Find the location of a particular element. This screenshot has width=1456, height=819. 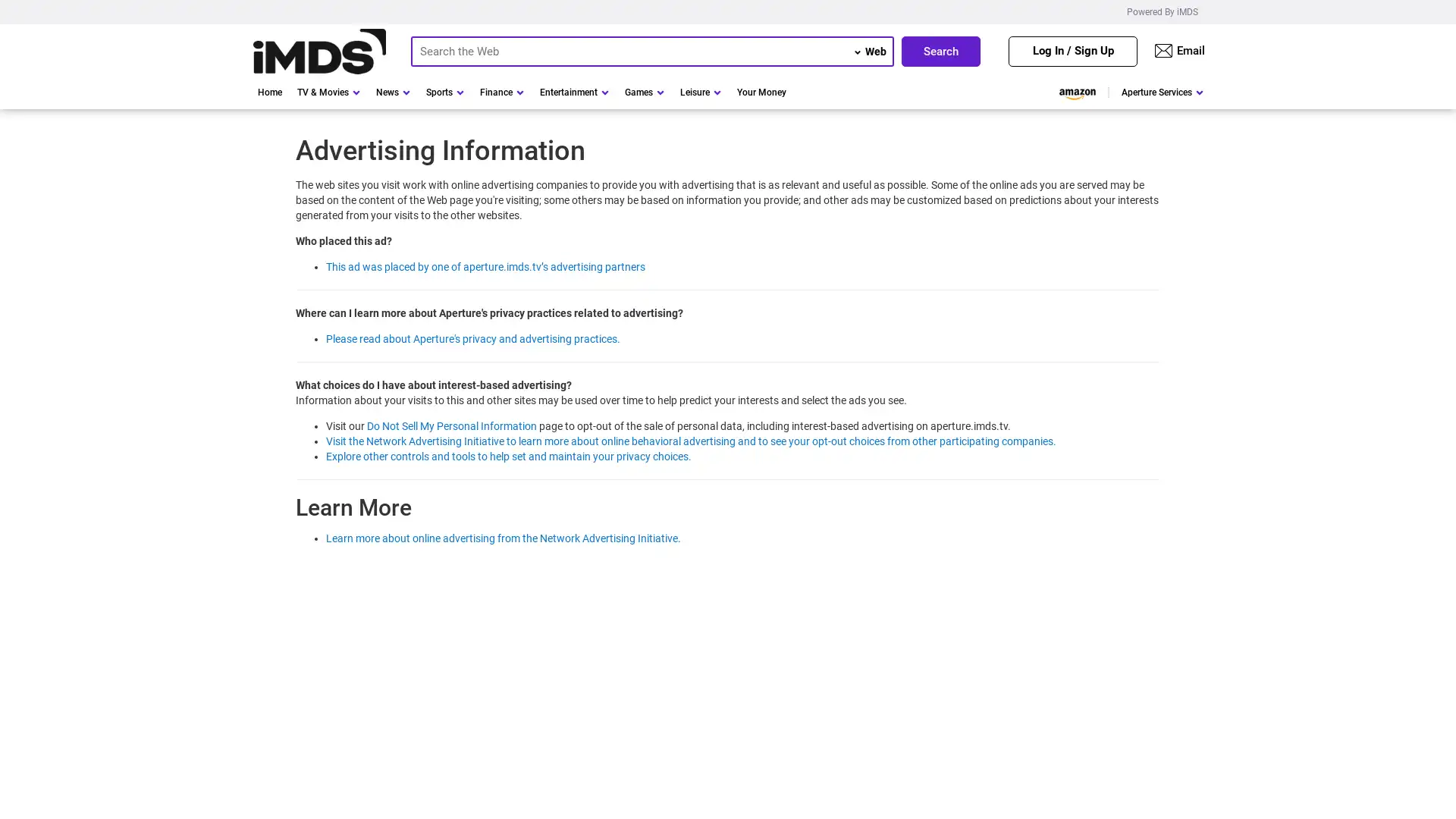

Search is located at coordinates (940, 51).